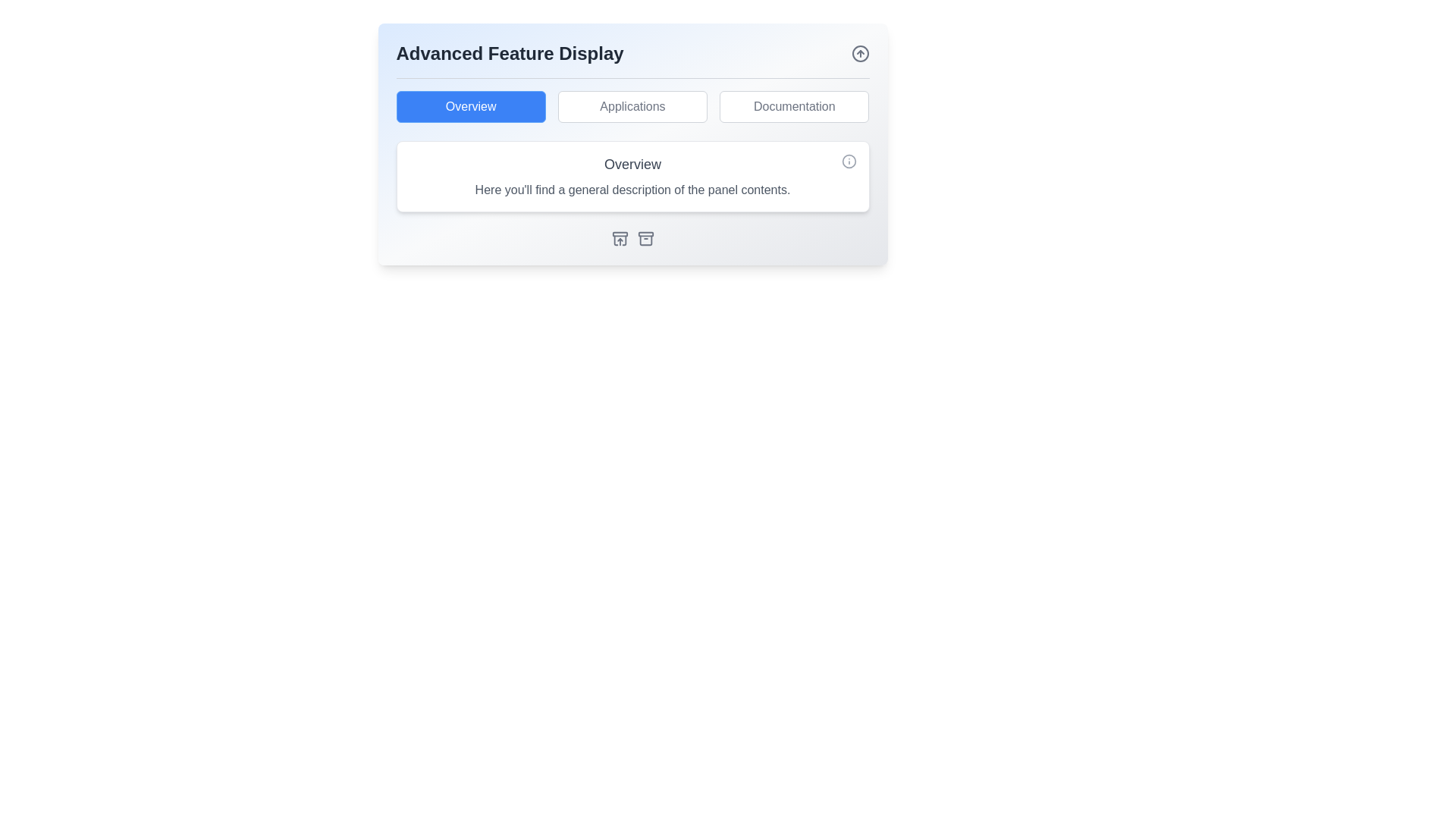 This screenshot has width=1456, height=819. I want to click on the Icon button representing a restore action, located to the left of the trash can icon in the modal interface, so click(620, 239).